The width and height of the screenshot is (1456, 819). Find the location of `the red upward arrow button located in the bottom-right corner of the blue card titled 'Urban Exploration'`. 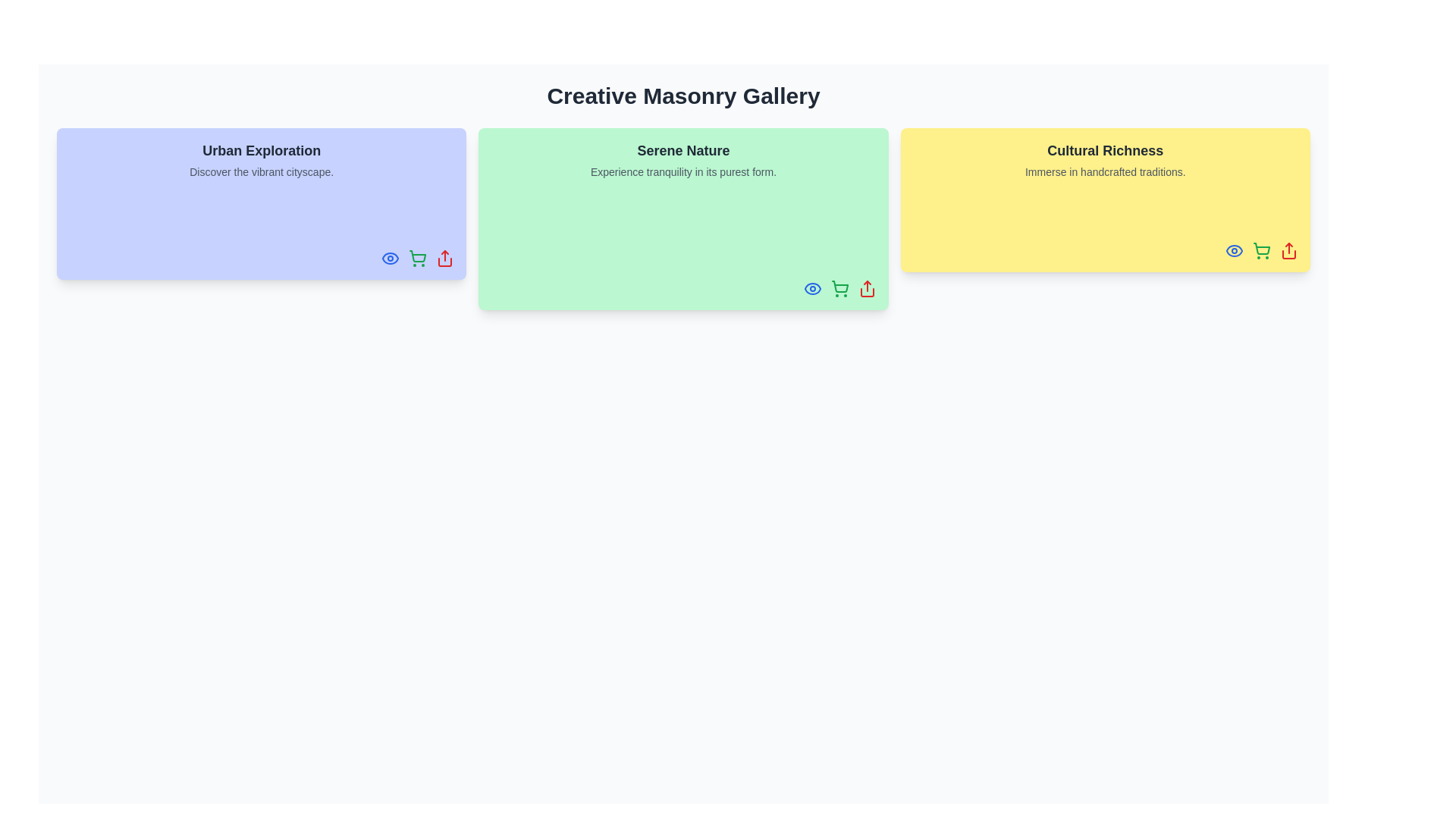

the red upward arrow button located in the bottom-right corner of the blue card titled 'Urban Exploration' is located at coordinates (444, 257).